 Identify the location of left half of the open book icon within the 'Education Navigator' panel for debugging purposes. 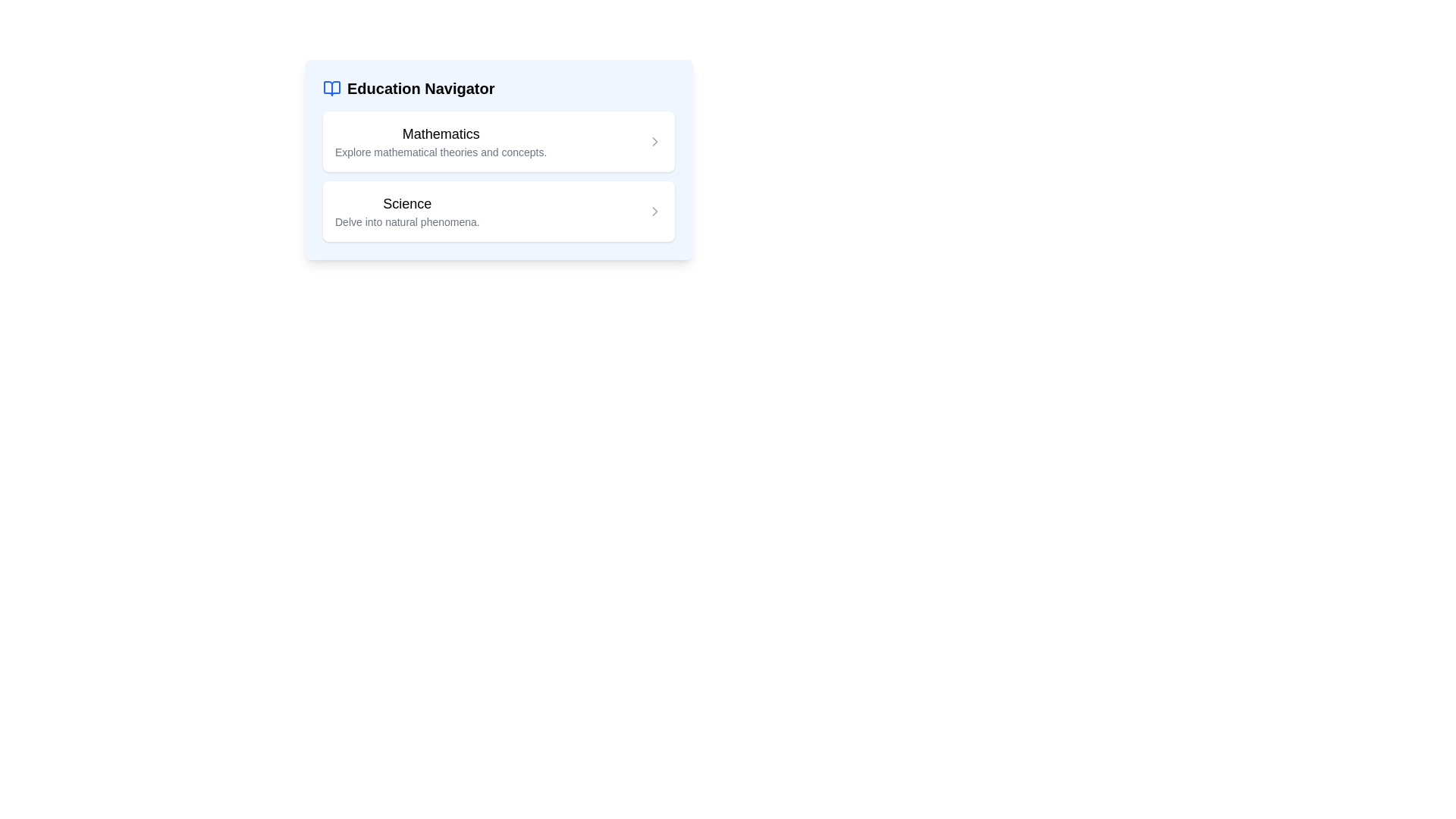
(331, 88).